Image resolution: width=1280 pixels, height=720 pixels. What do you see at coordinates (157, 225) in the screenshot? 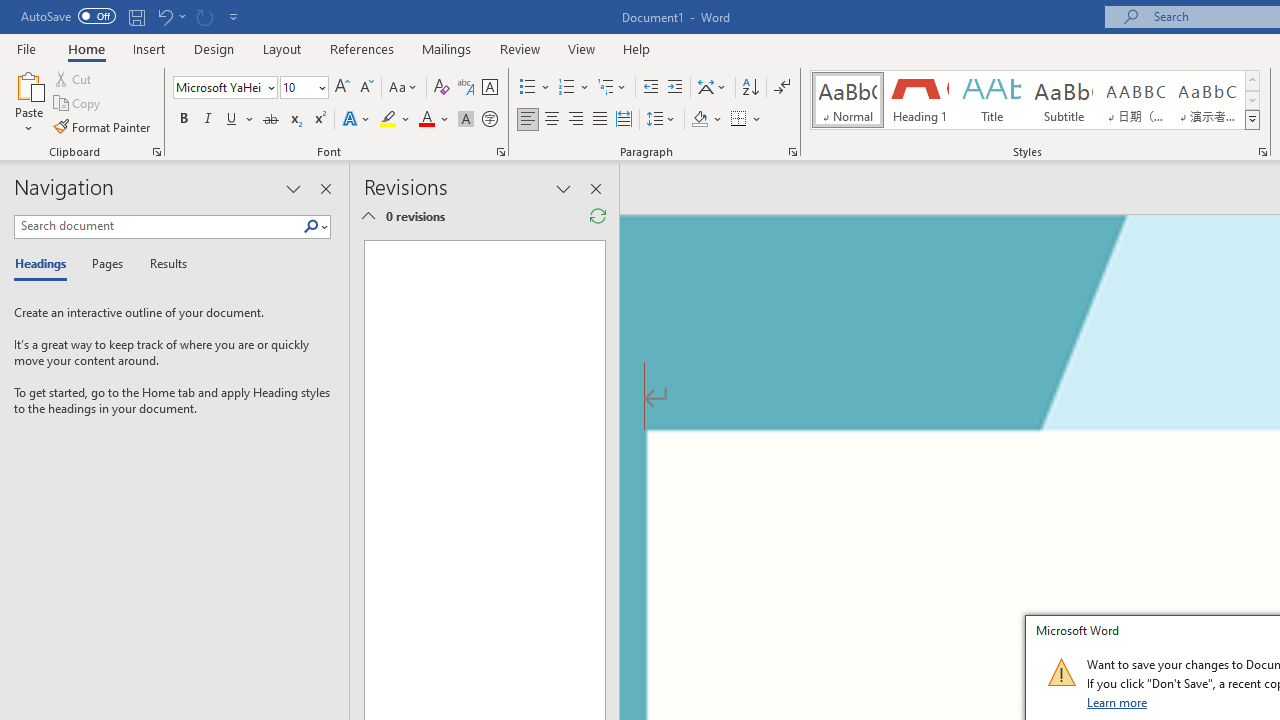
I see `'Search document'` at bounding box center [157, 225].